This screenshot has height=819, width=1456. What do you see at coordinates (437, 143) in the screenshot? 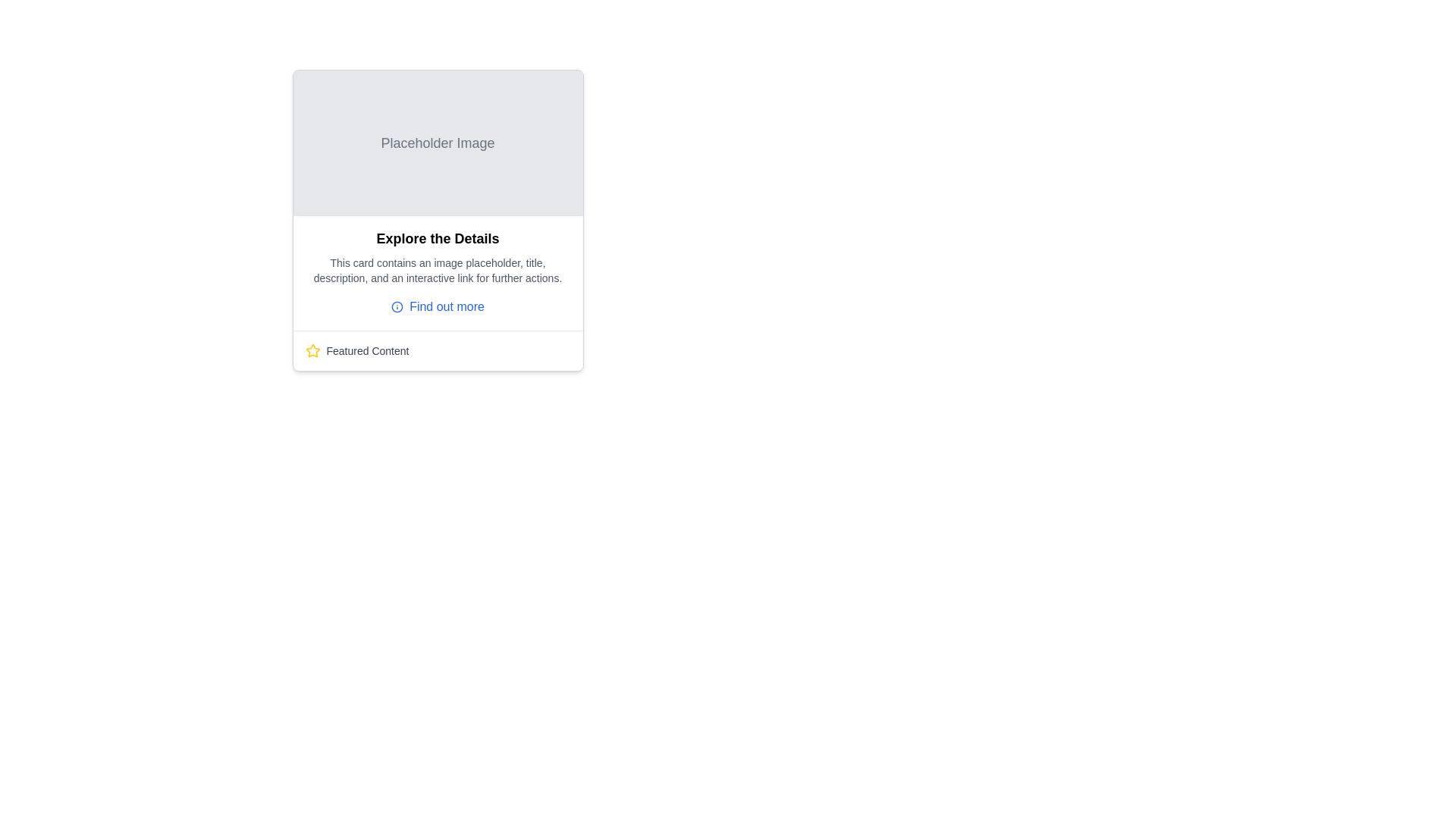
I see `the 'Placeholder Image' static text label displayed in gray font, located centrally within the light gray rectangular section at the top of a card-like interface` at bounding box center [437, 143].